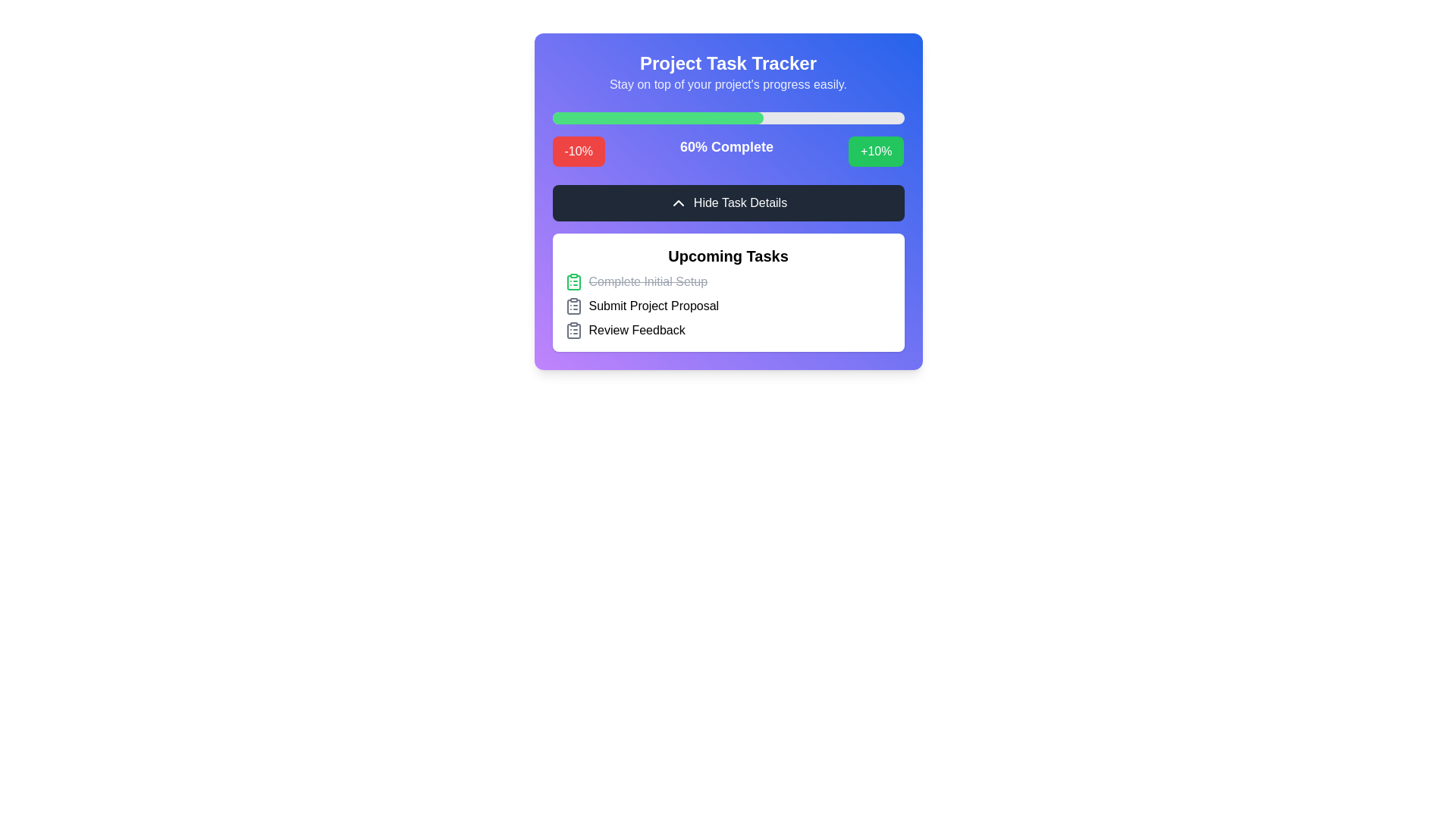  What do you see at coordinates (573, 329) in the screenshot?
I see `the icon that visually represents the task related to reviewing feedback, located in the 'Upcoming Tasks' section, immediately to the left of the 'Review Feedback' text` at bounding box center [573, 329].